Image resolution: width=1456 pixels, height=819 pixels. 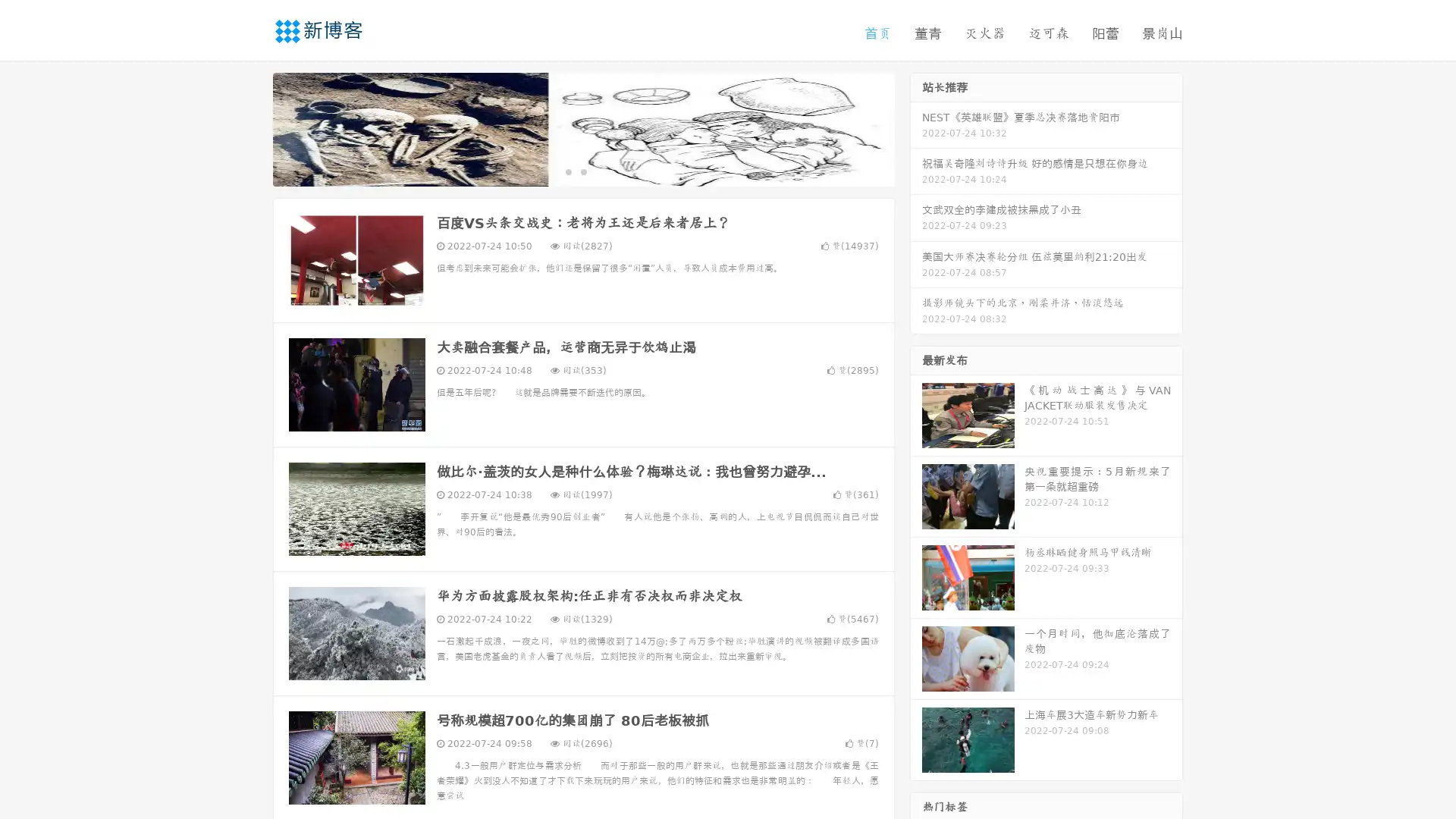 What do you see at coordinates (916, 127) in the screenshot?
I see `Next slide` at bounding box center [916, 127].